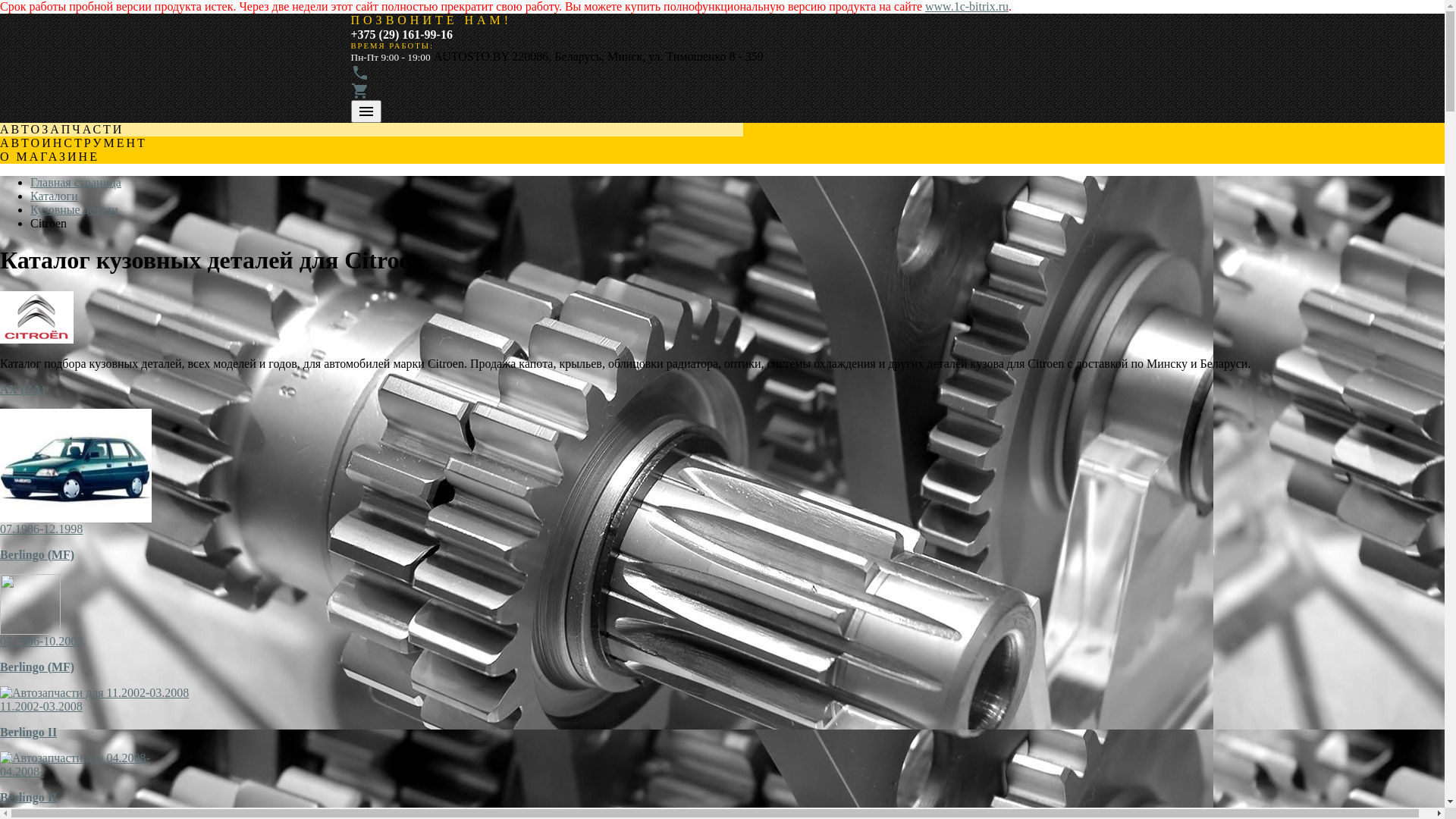 The height and width of the screenshot is (819, 1456). What do you see at coordinates (359, 77) in the screenshot?
I see `'phone'` at bounding box center [359, 77].